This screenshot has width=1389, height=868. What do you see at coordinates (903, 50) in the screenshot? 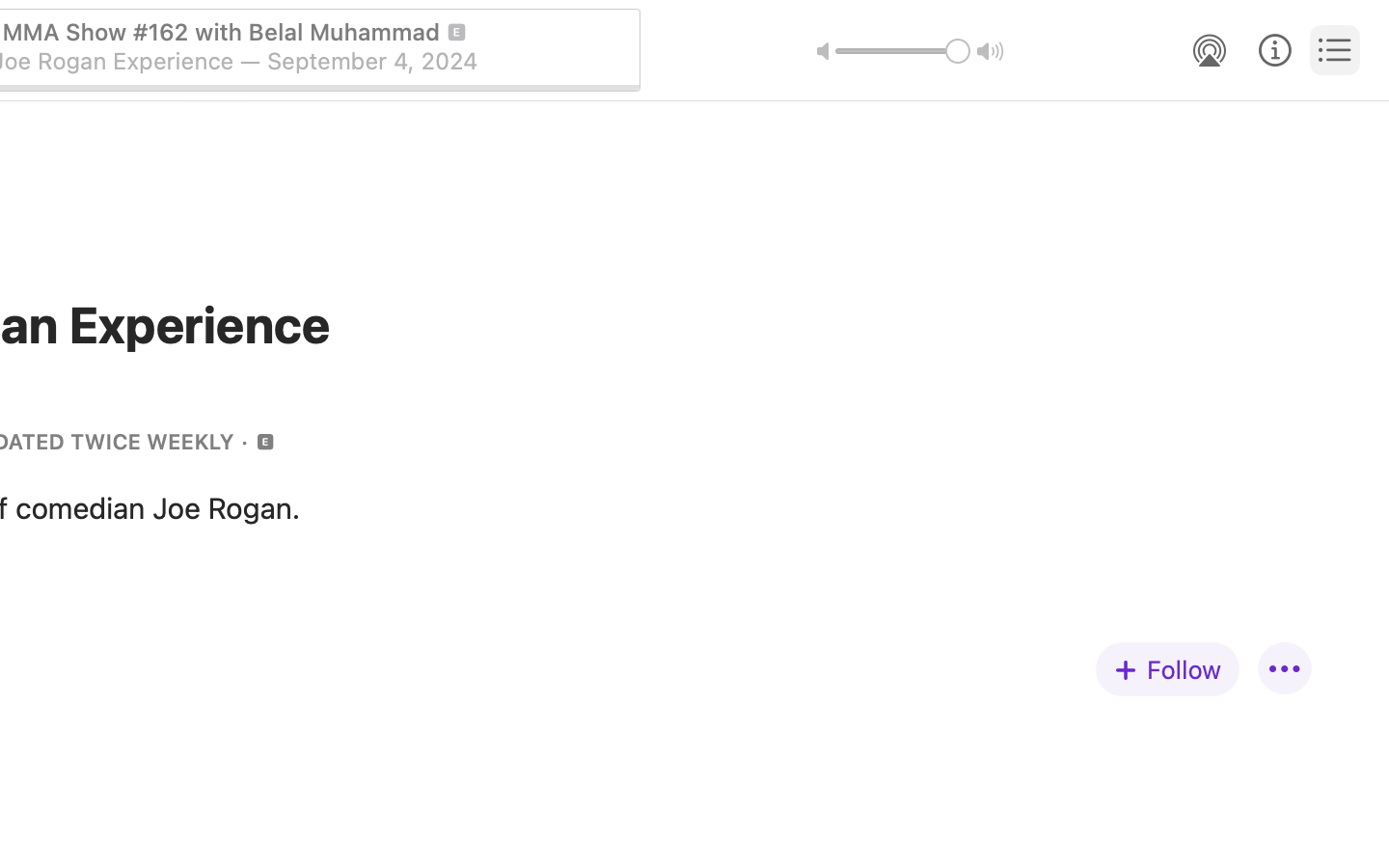
I see `'1.0'` at bounding box center [903, 50].